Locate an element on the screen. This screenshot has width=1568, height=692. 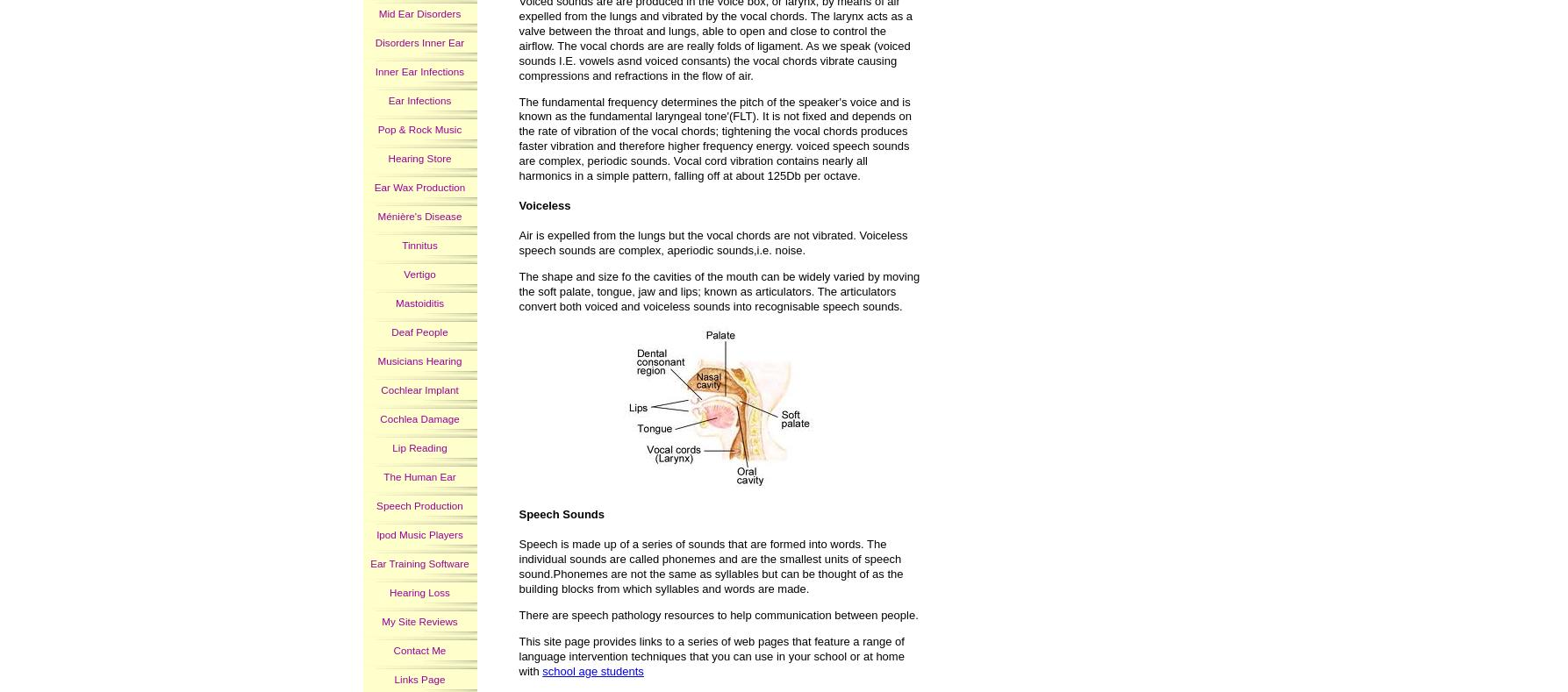
'Hearing Store' is located at coordinates (419, 156).